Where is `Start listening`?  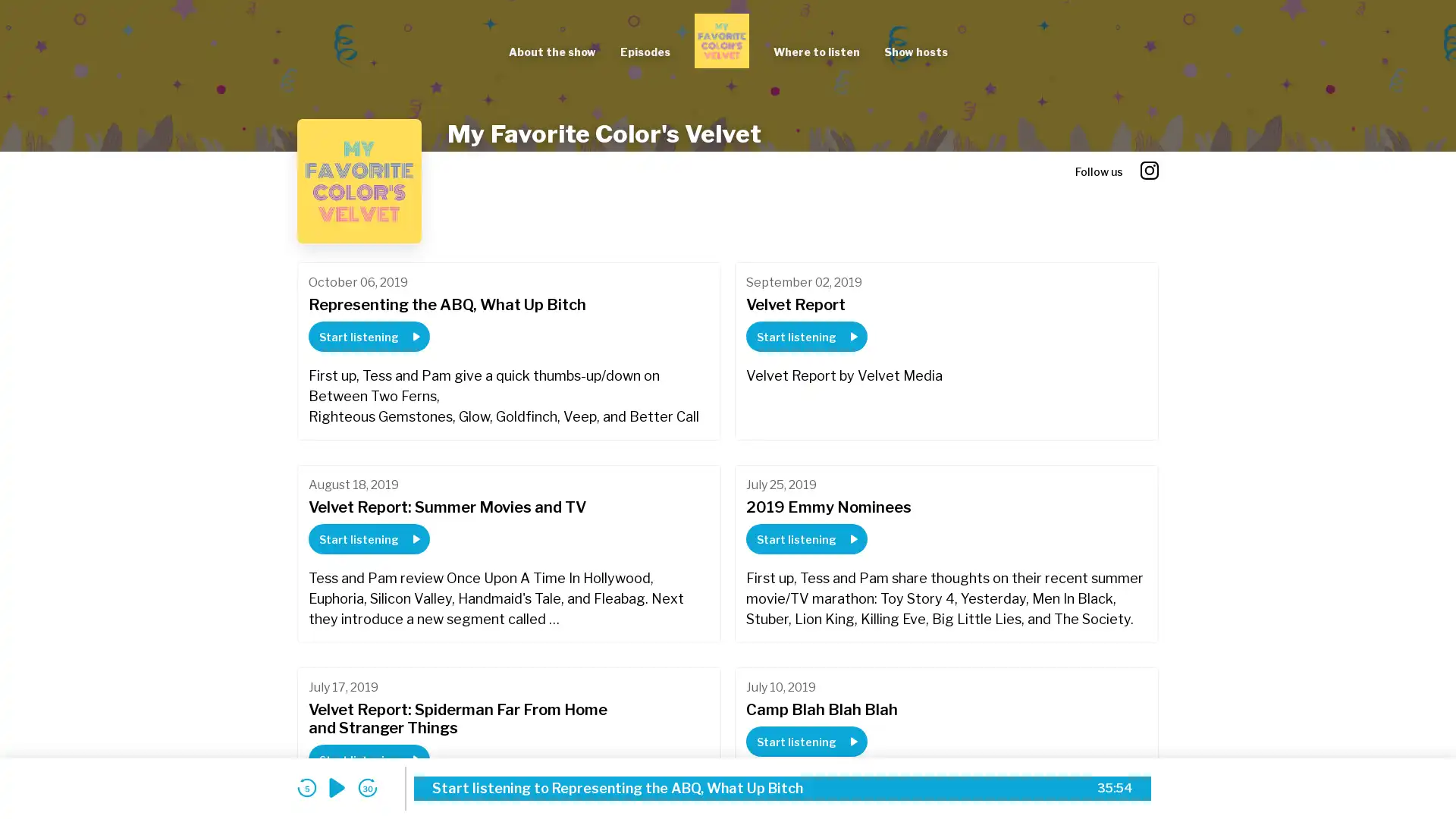
Start listening is located at coordinates (806, 335).